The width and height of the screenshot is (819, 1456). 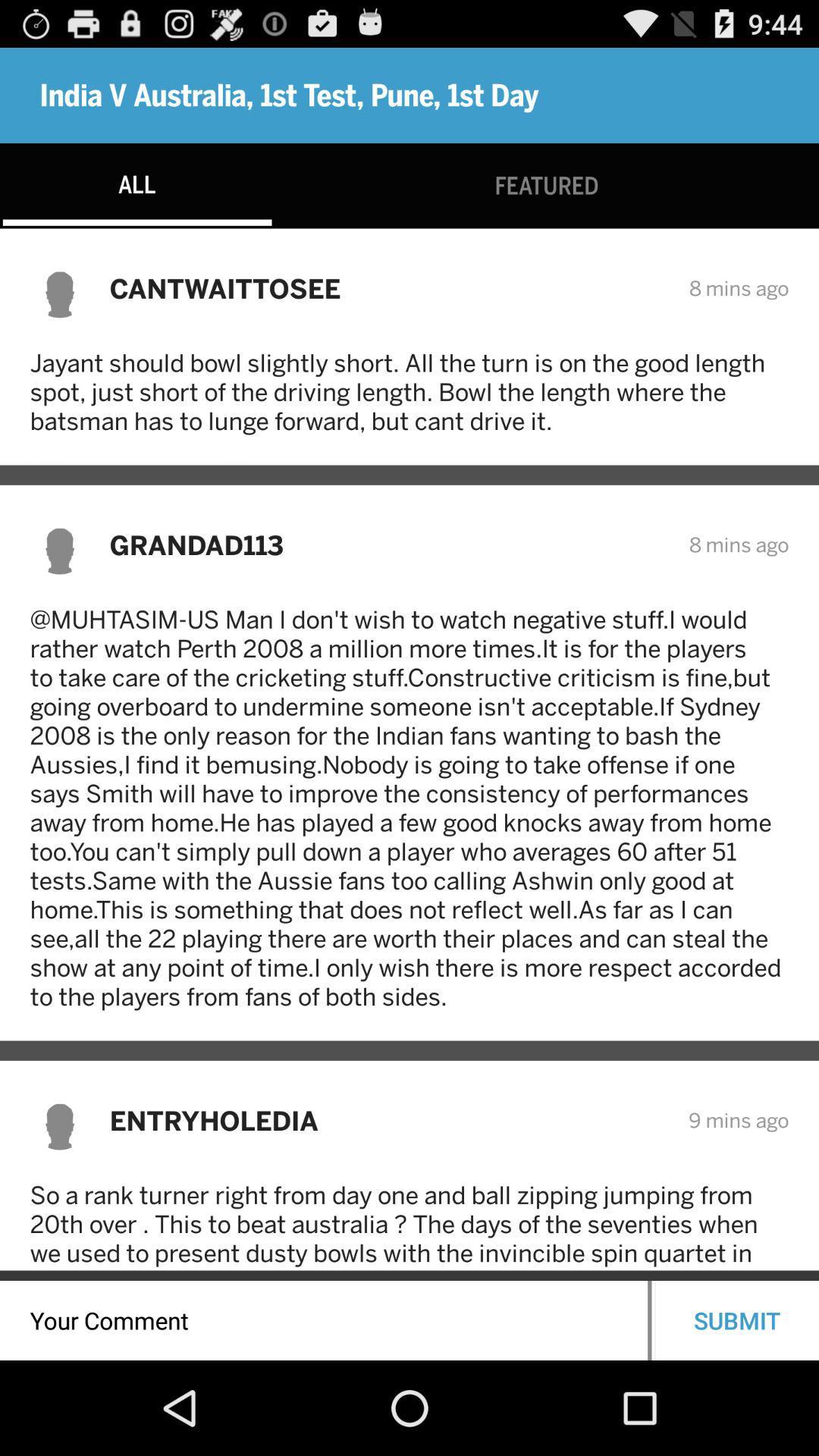 What do you see at coordinates (736, 1319) in the screenshot?
I see `item below the so a rank item` at bounding box center [736, 1319].